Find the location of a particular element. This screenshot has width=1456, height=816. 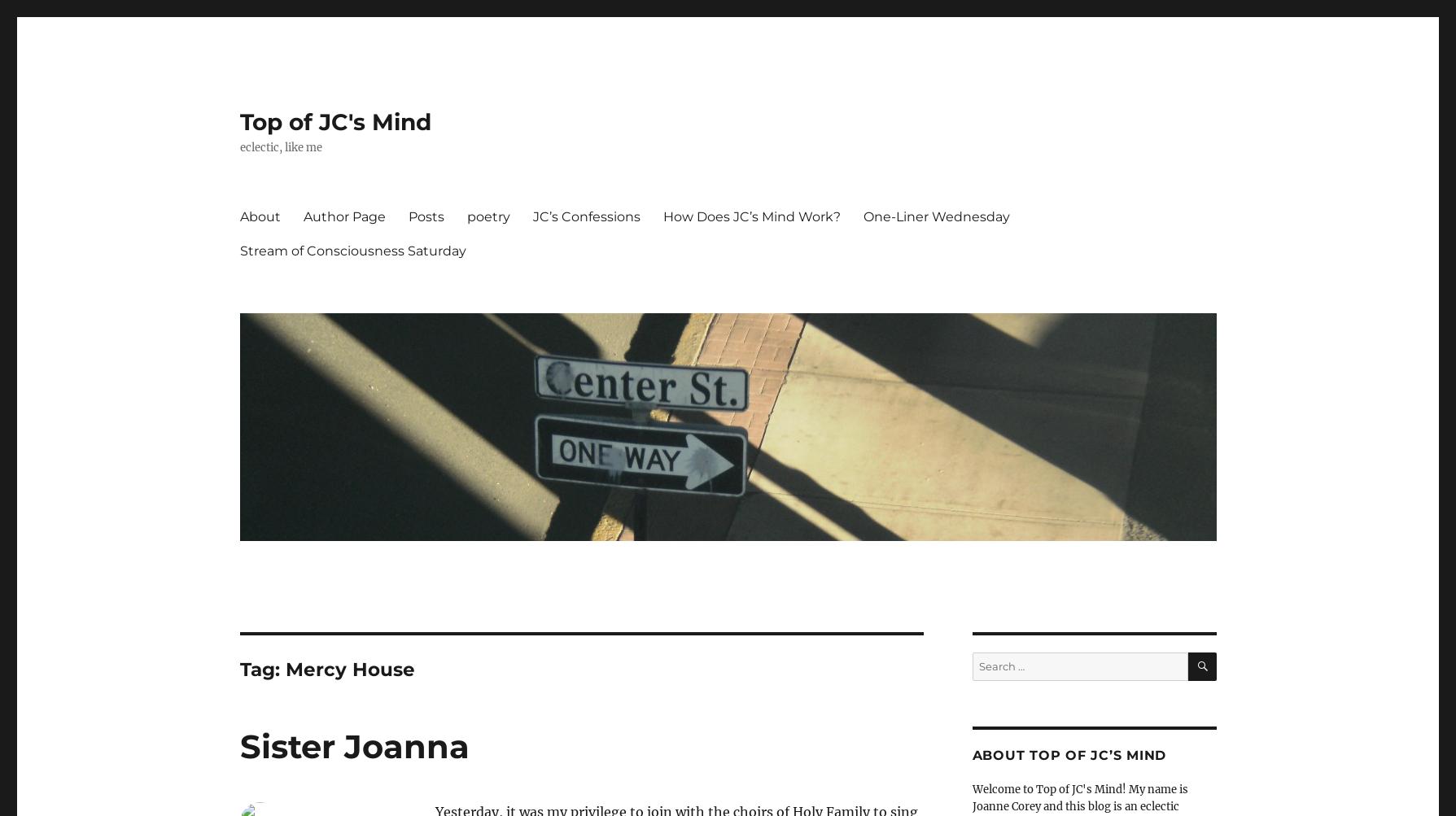

'About Top of JC’s Mind' is located at coordinates (1069, 754).